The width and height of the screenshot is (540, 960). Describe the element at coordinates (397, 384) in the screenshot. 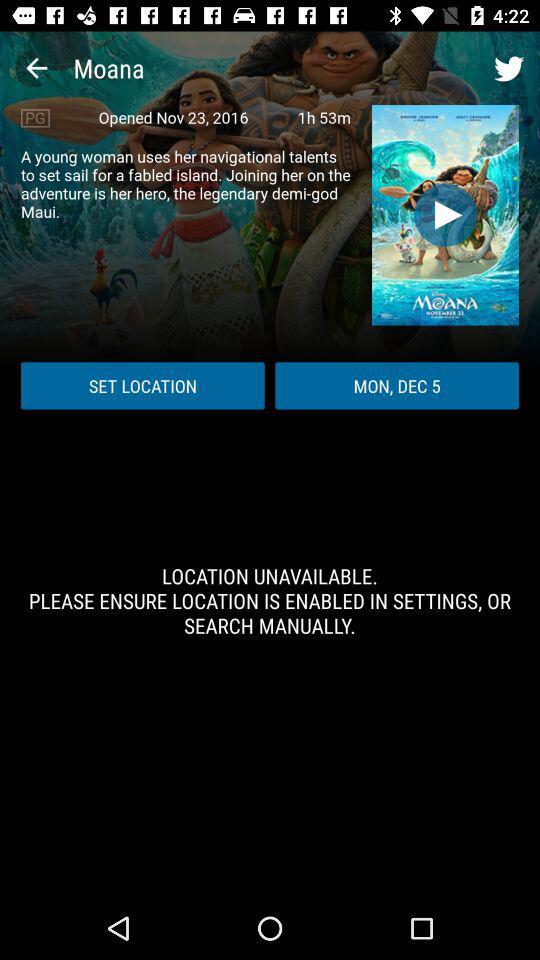

I see `mon, dec 5` at that location.